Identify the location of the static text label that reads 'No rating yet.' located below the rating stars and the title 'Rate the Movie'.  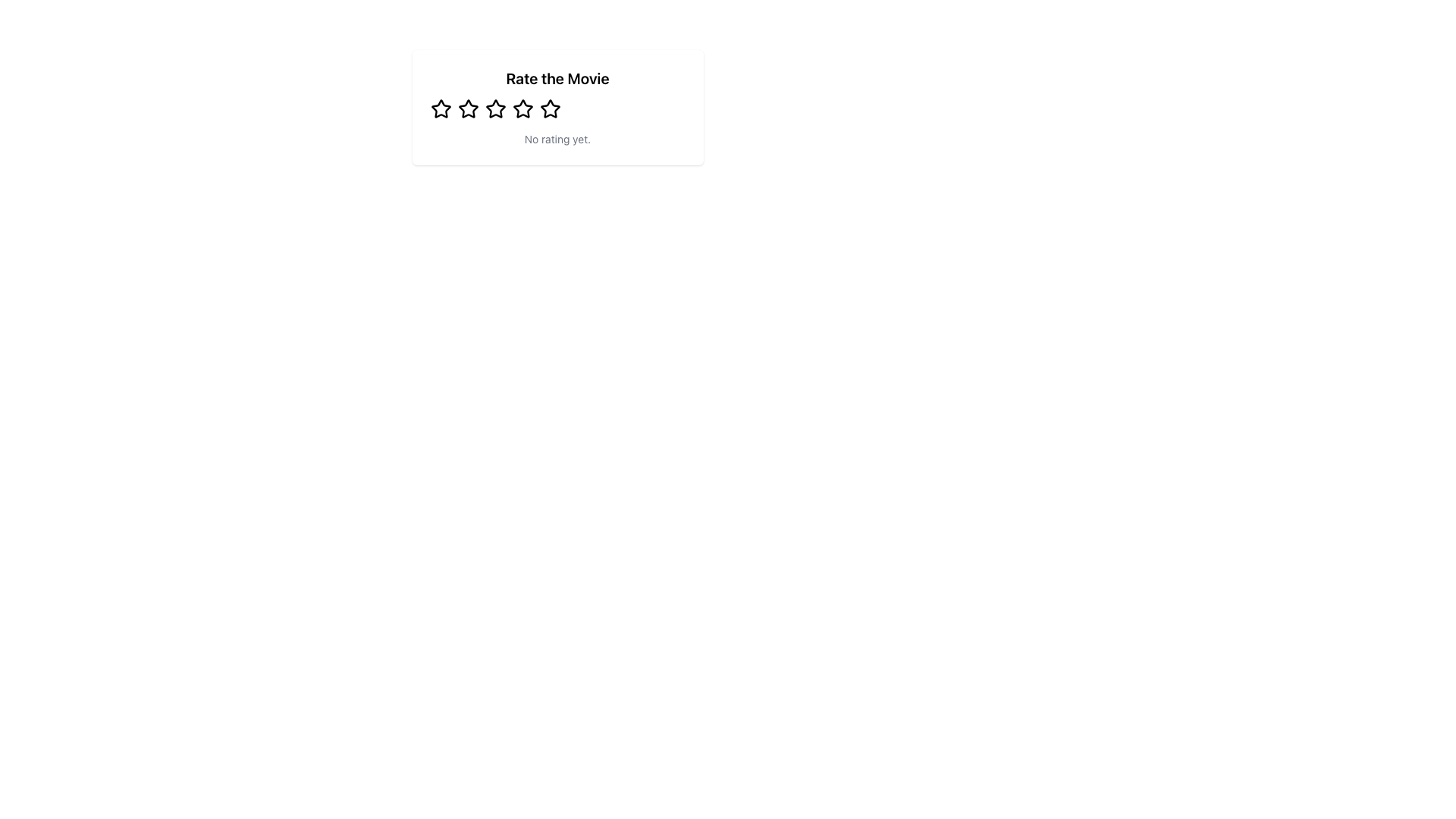
(557, 140).